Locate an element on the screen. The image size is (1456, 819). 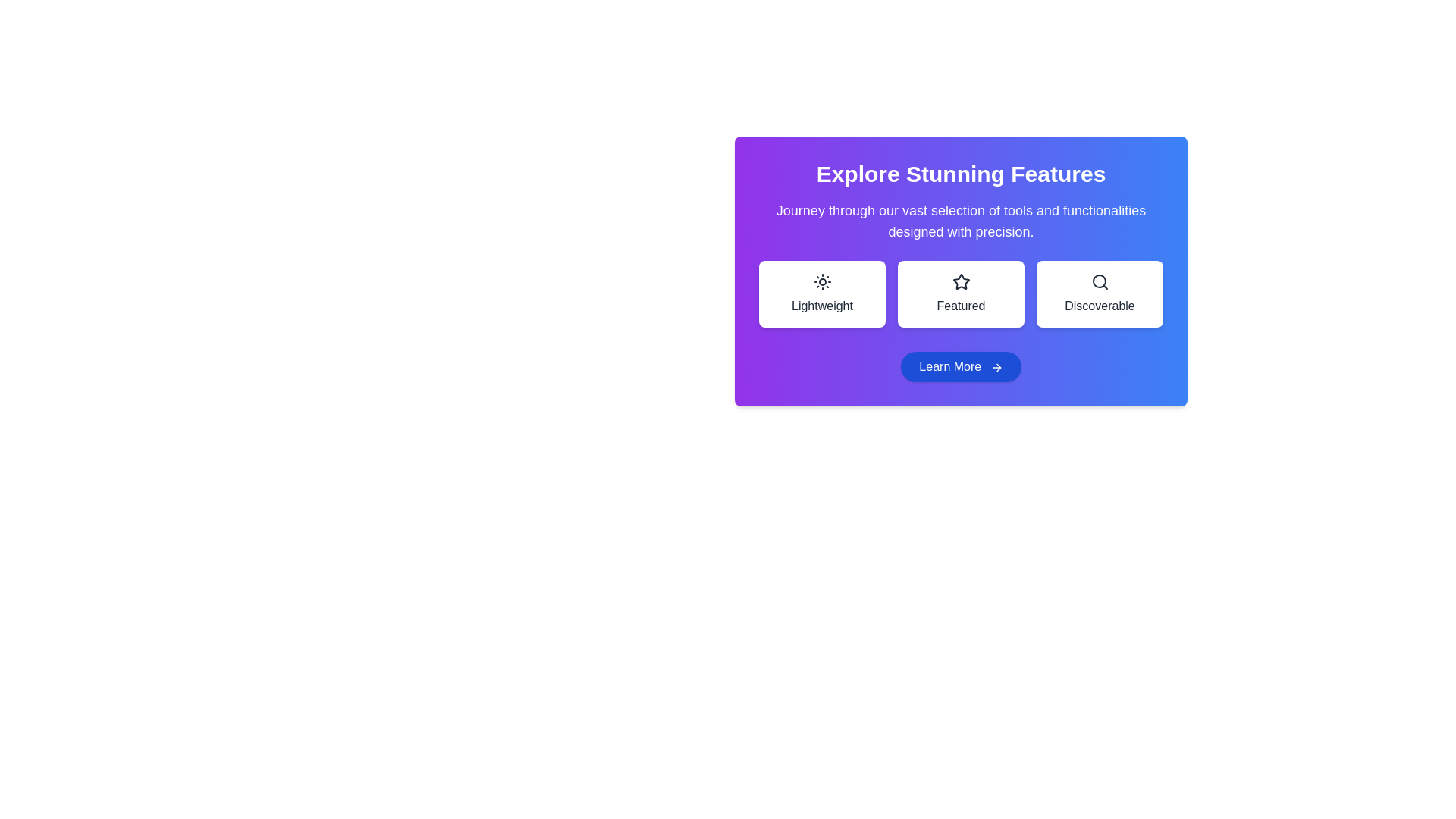
text 'Lightweight' from the text label located within the leftmost card element, below the sun icon is located at coordinates (821, 306).